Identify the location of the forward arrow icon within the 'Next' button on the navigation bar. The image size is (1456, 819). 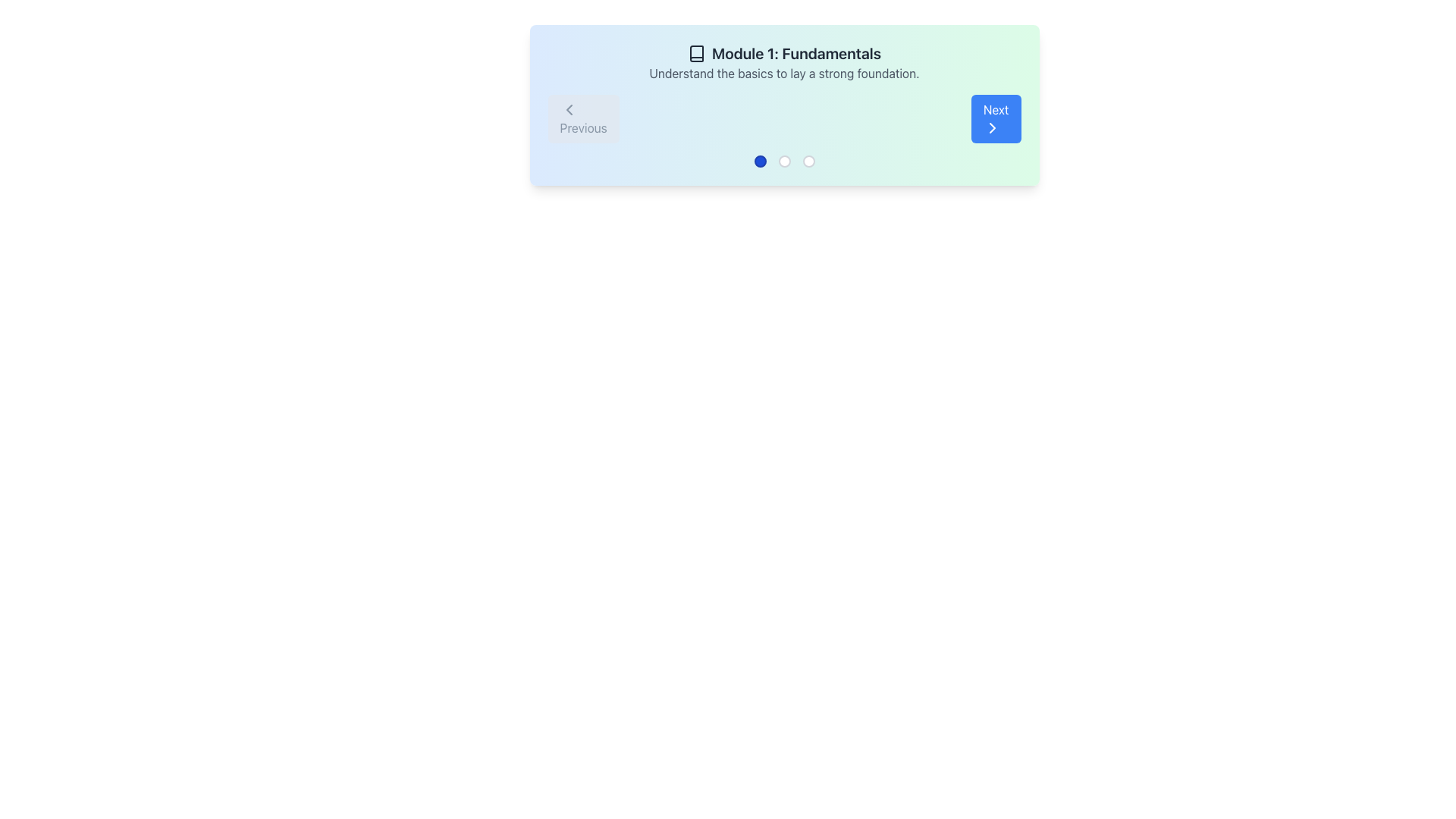
(992, 127).